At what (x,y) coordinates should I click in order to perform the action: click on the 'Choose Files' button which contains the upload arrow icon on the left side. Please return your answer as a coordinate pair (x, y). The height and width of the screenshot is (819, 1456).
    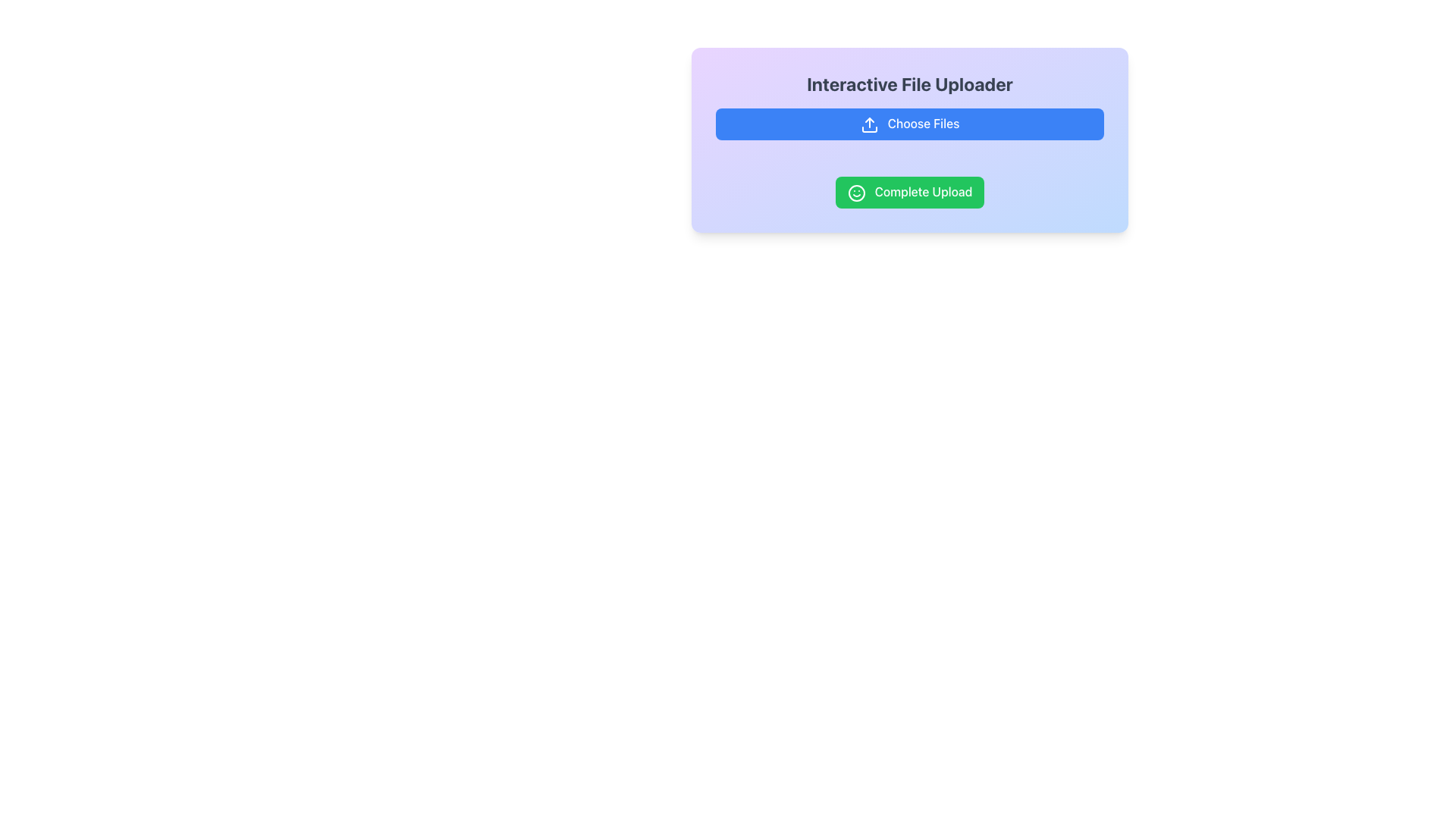
    Looking at the image, I should click on (869, 124).